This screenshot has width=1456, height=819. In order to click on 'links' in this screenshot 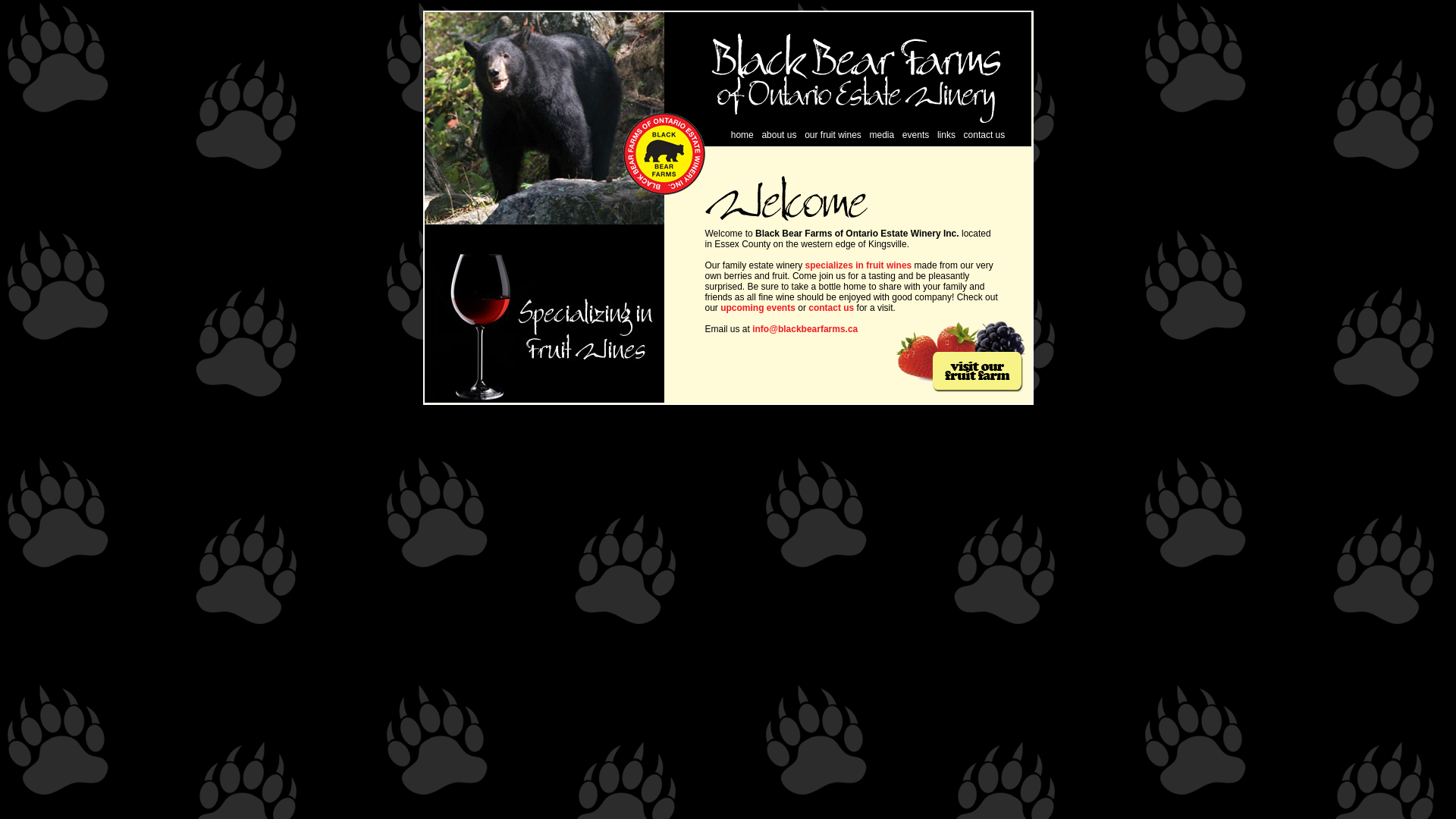, I will do `click(937, 133)`.